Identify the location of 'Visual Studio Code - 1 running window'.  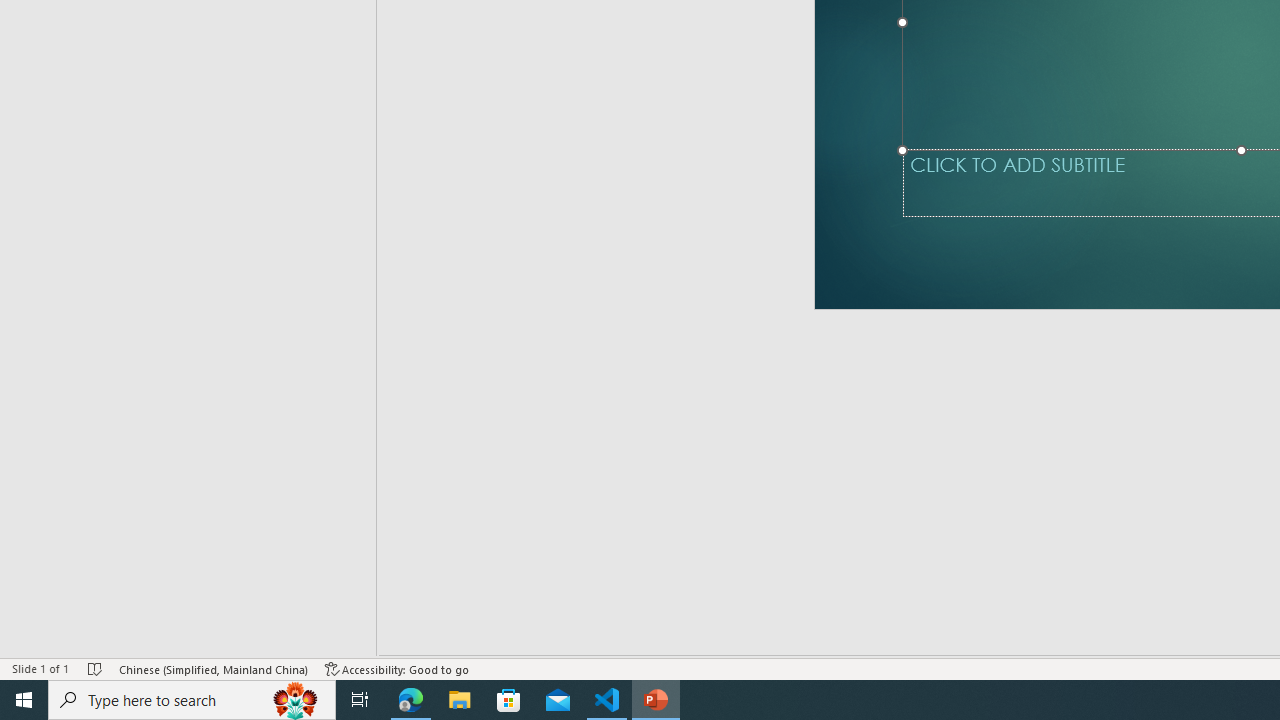
(606, 698).